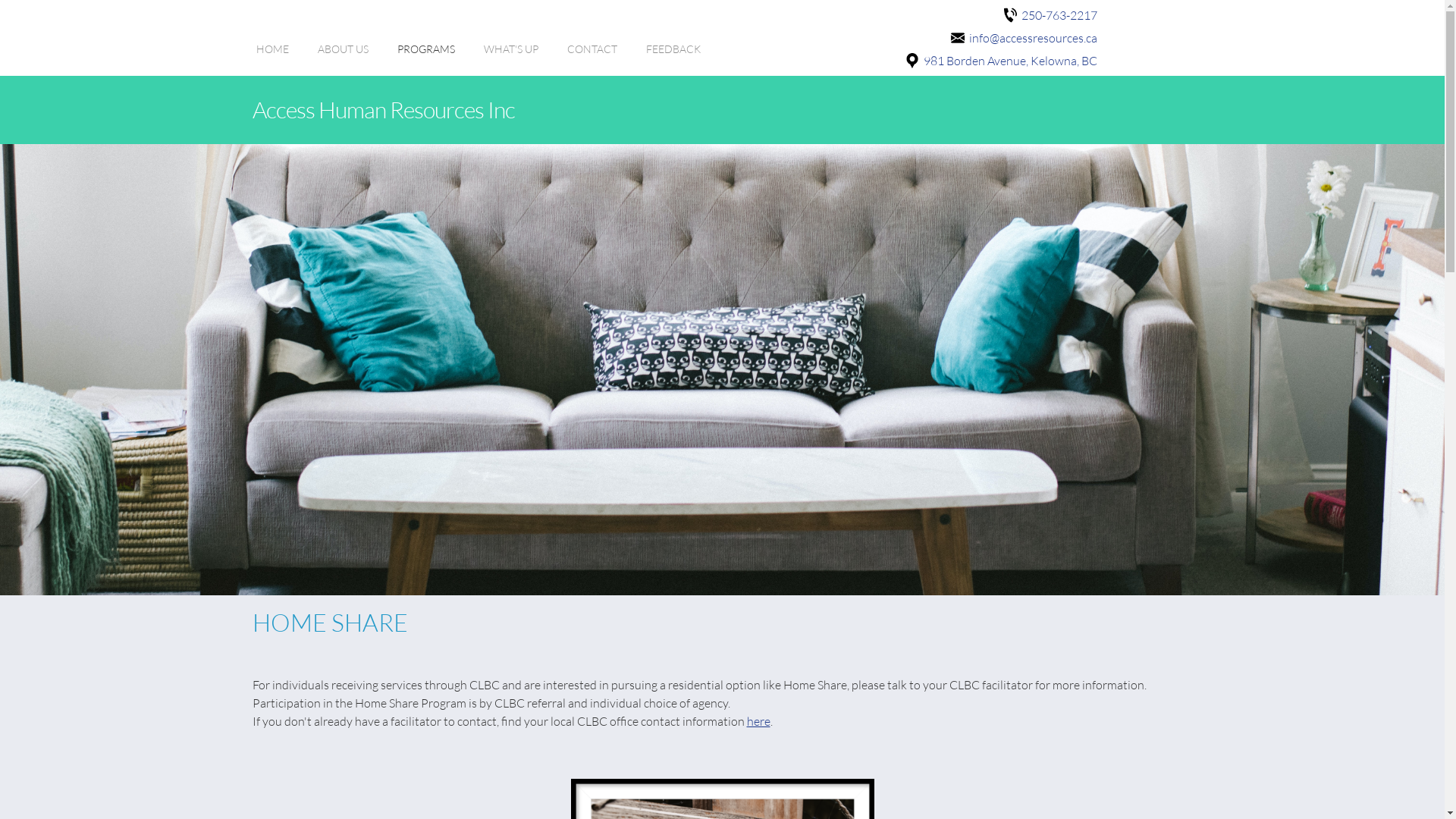 The height and width of the screenshot is (819, 1456). I want to click on 'info@accessresources.ca', so click(1029, 37).